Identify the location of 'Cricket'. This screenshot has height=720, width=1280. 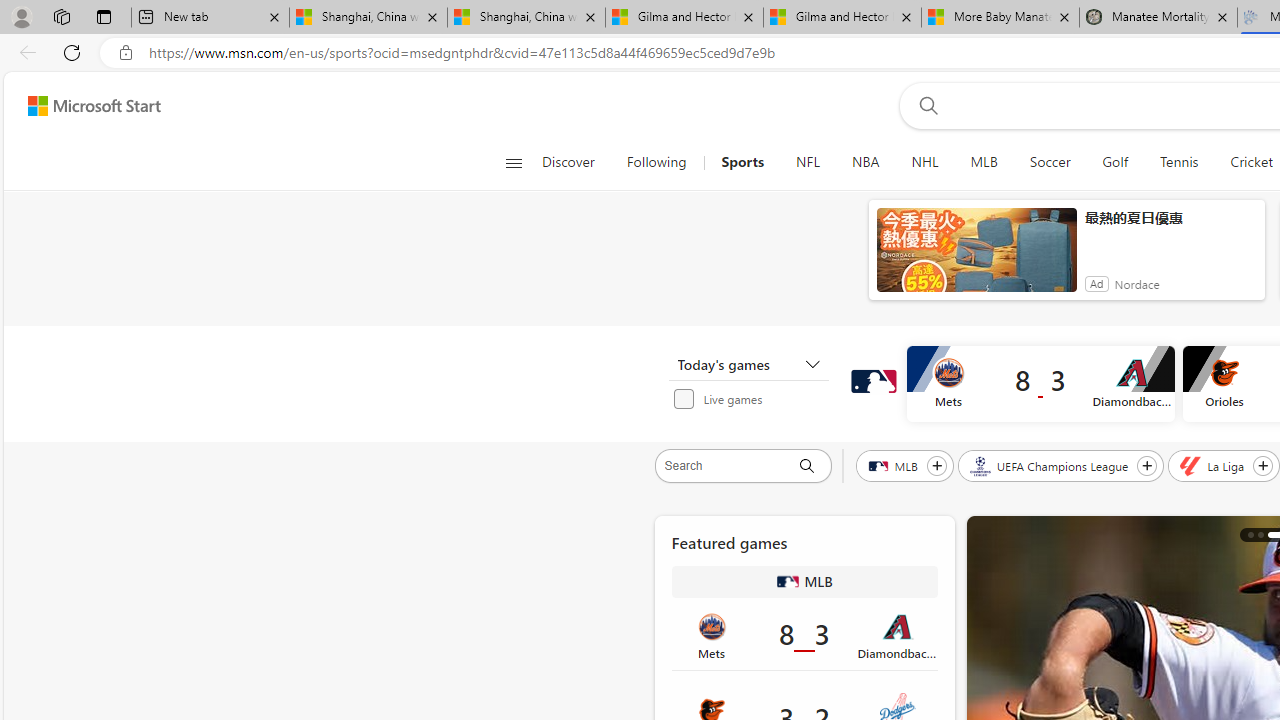
(1250, 162).